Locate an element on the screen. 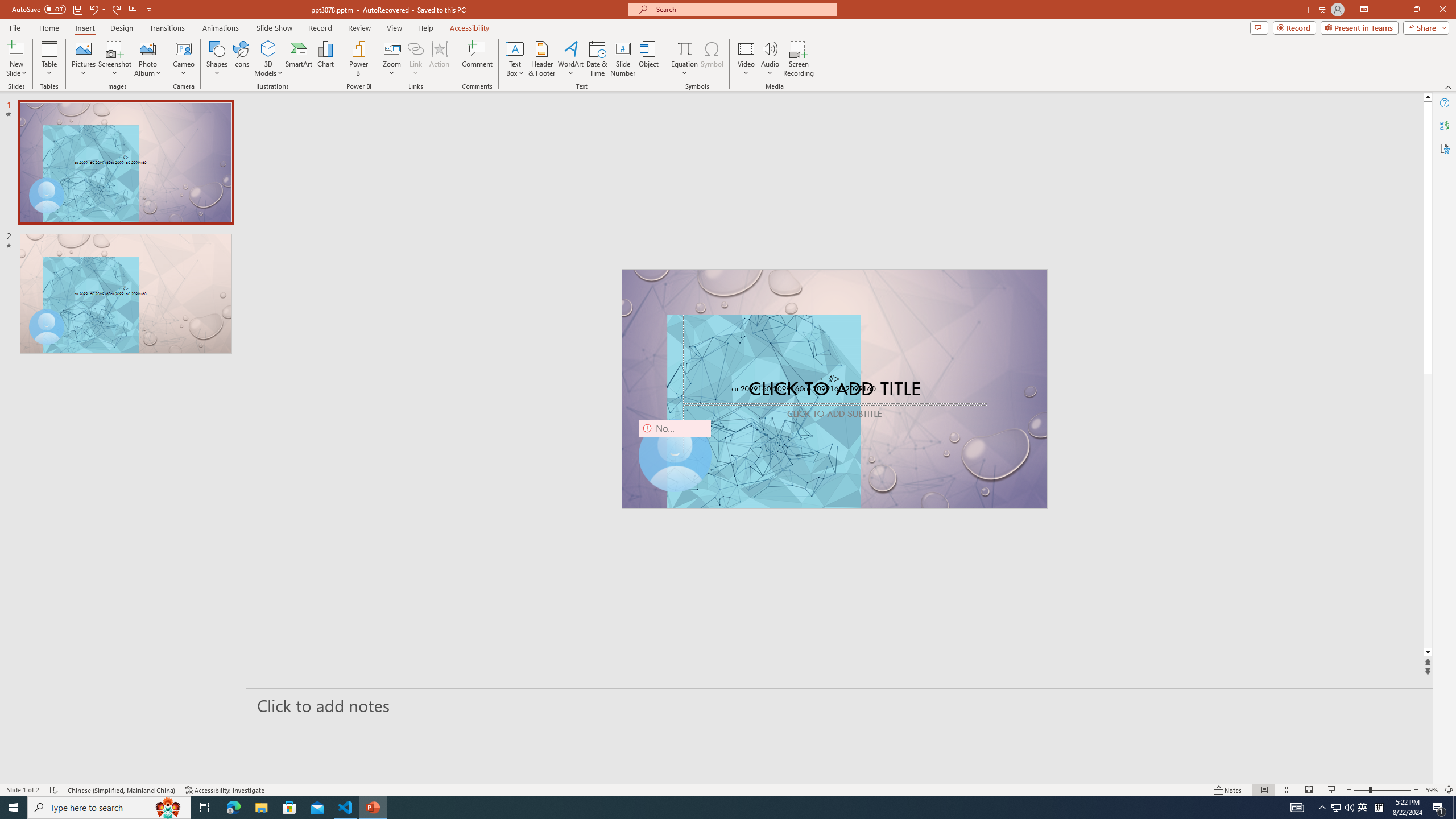 Image resolution: width=1456 pixels, height=819 pixels. 'Header & Footer...' is located at coordinates (541, 59).